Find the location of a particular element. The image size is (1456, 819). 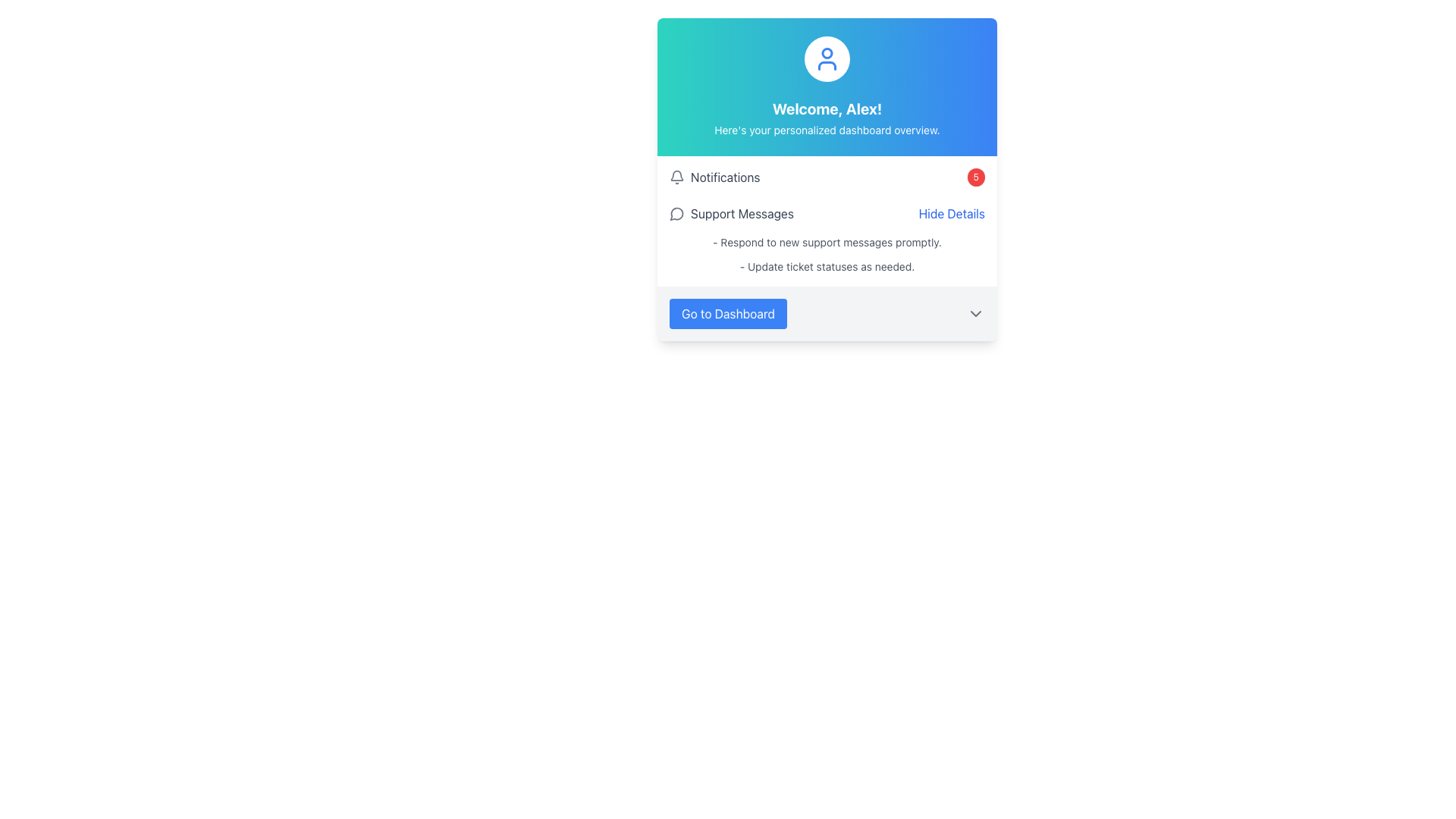

the personalized greeting text for user 'Alex', which is centrally located below the profile icon and above the dashboard overview text is located at coordinates (826, 108).